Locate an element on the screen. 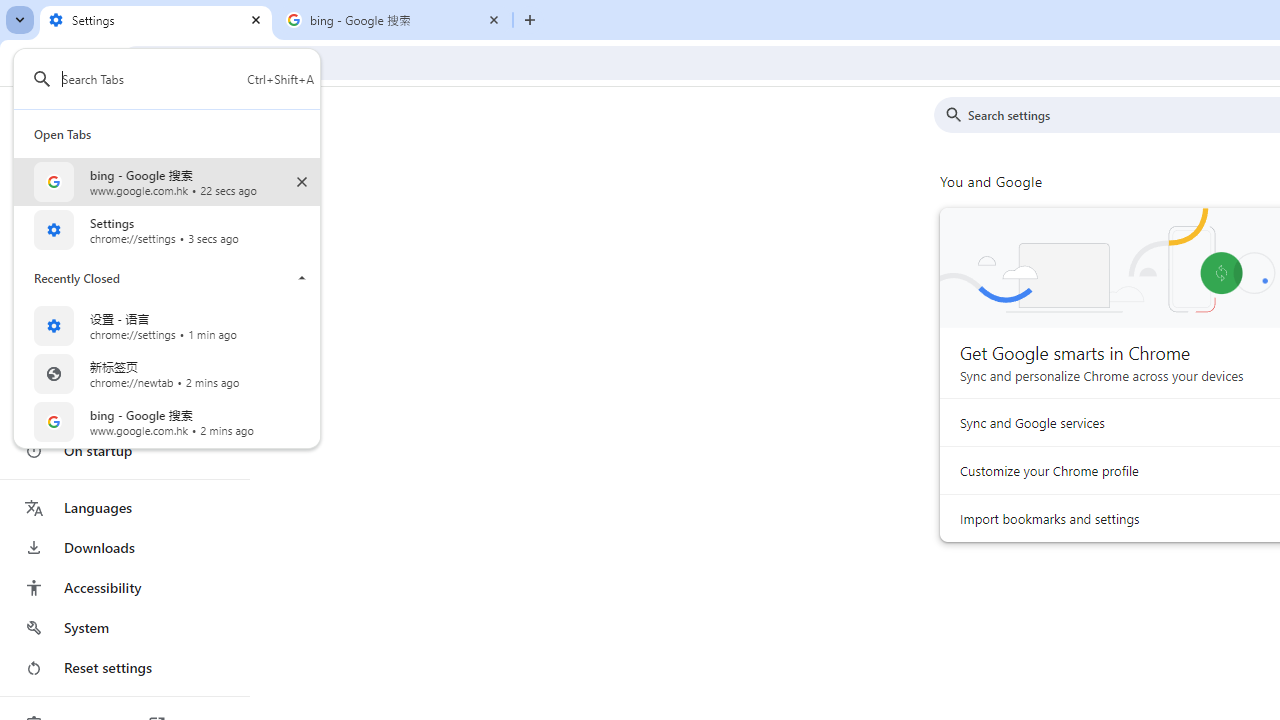 Image resolution: width=1280 pixels, height=720 pixels. 'Search Tabs Ctrl+Shift+A Found 5 Tabs' is located at coordinates (187, 77).